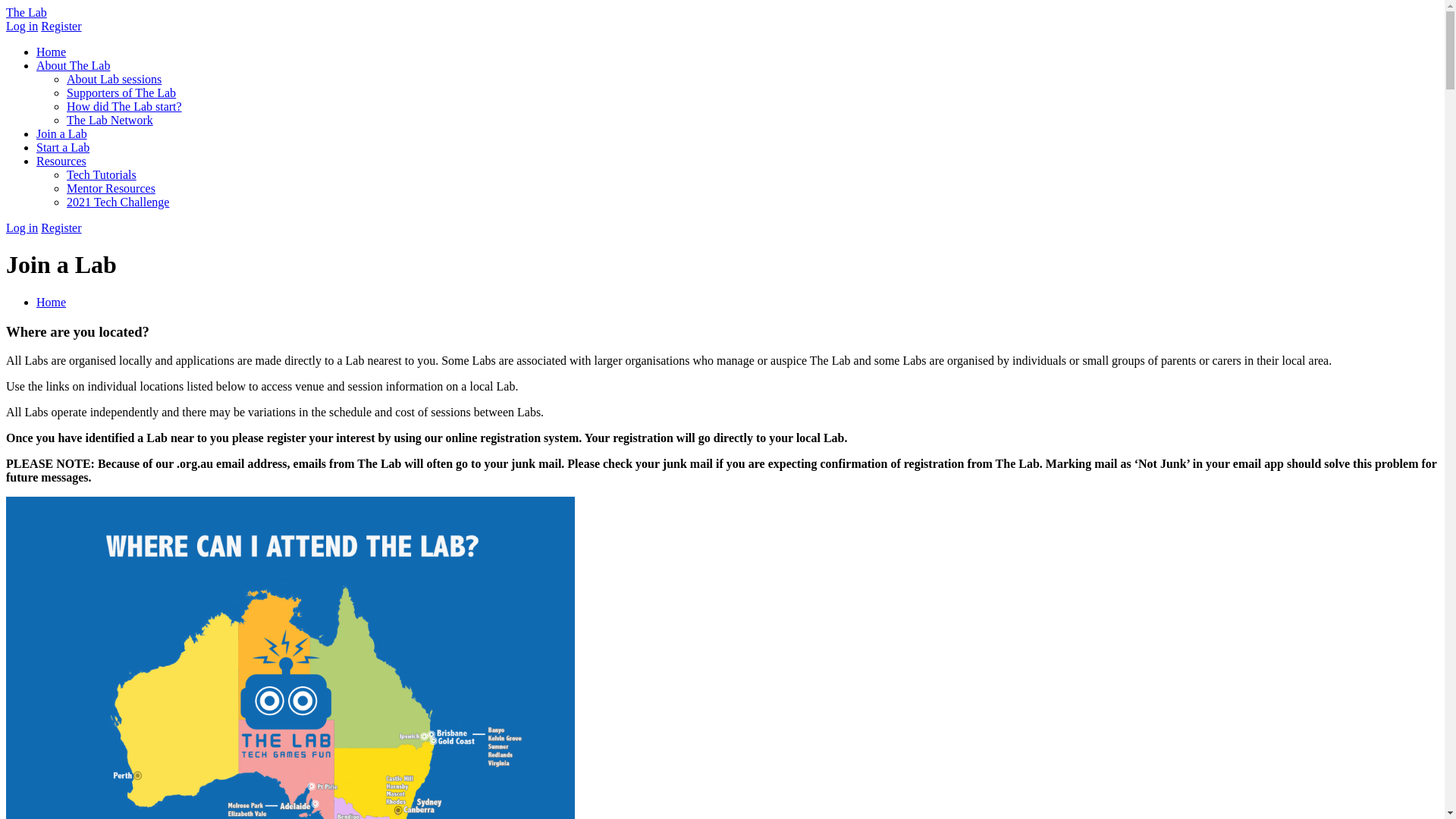 Image resolution: width=1456 pixels, height=819 pixels. Describe the element at coordinates (120, 93) in the screenshot. I see `'Supporters of The Lab'` at that location.